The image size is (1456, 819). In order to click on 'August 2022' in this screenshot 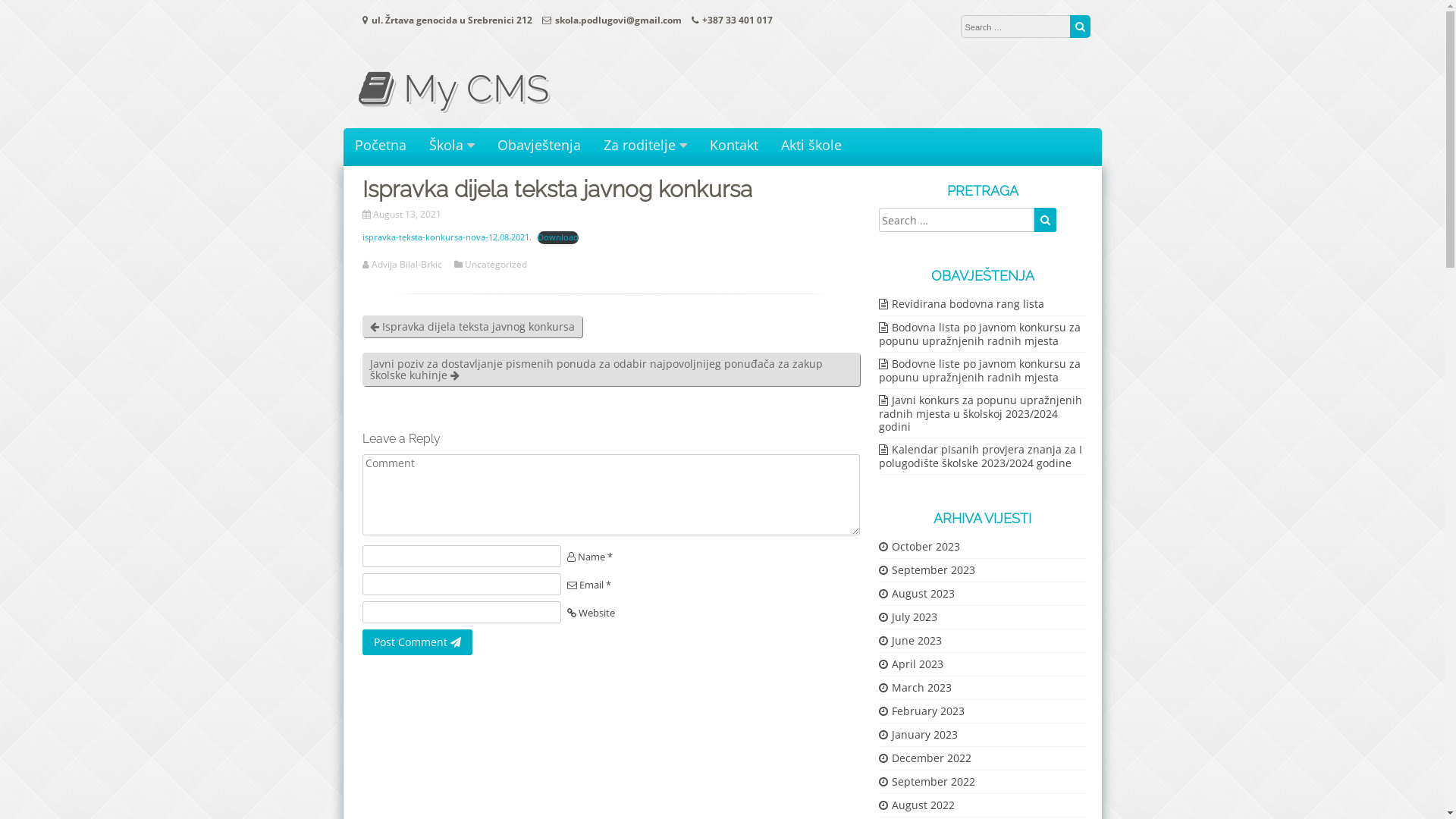, I will do `click(877, 804)`.